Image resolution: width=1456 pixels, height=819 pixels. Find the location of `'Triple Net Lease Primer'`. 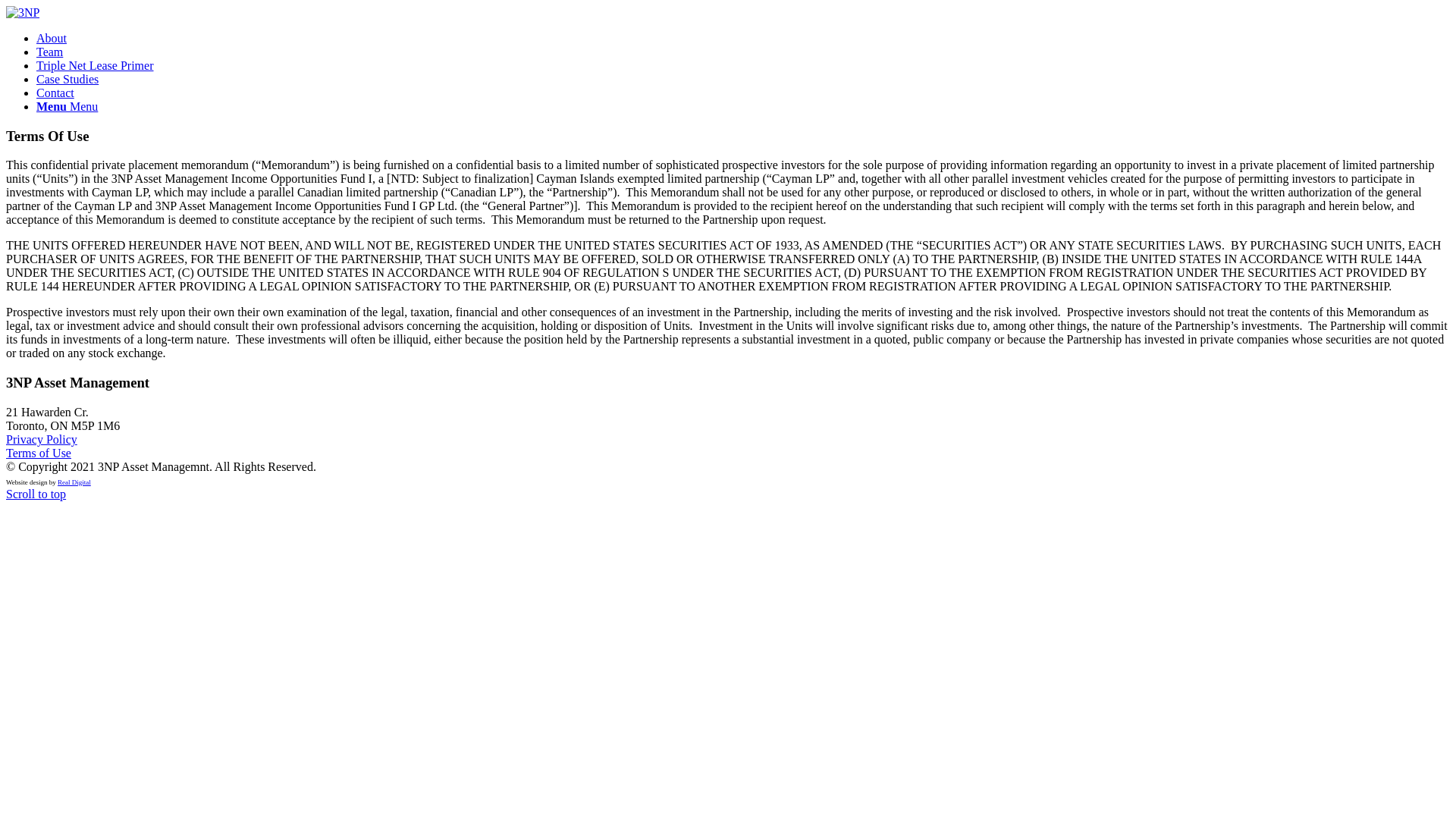

'Triple Net Lease Primer' is located at coordinates (93, 64).